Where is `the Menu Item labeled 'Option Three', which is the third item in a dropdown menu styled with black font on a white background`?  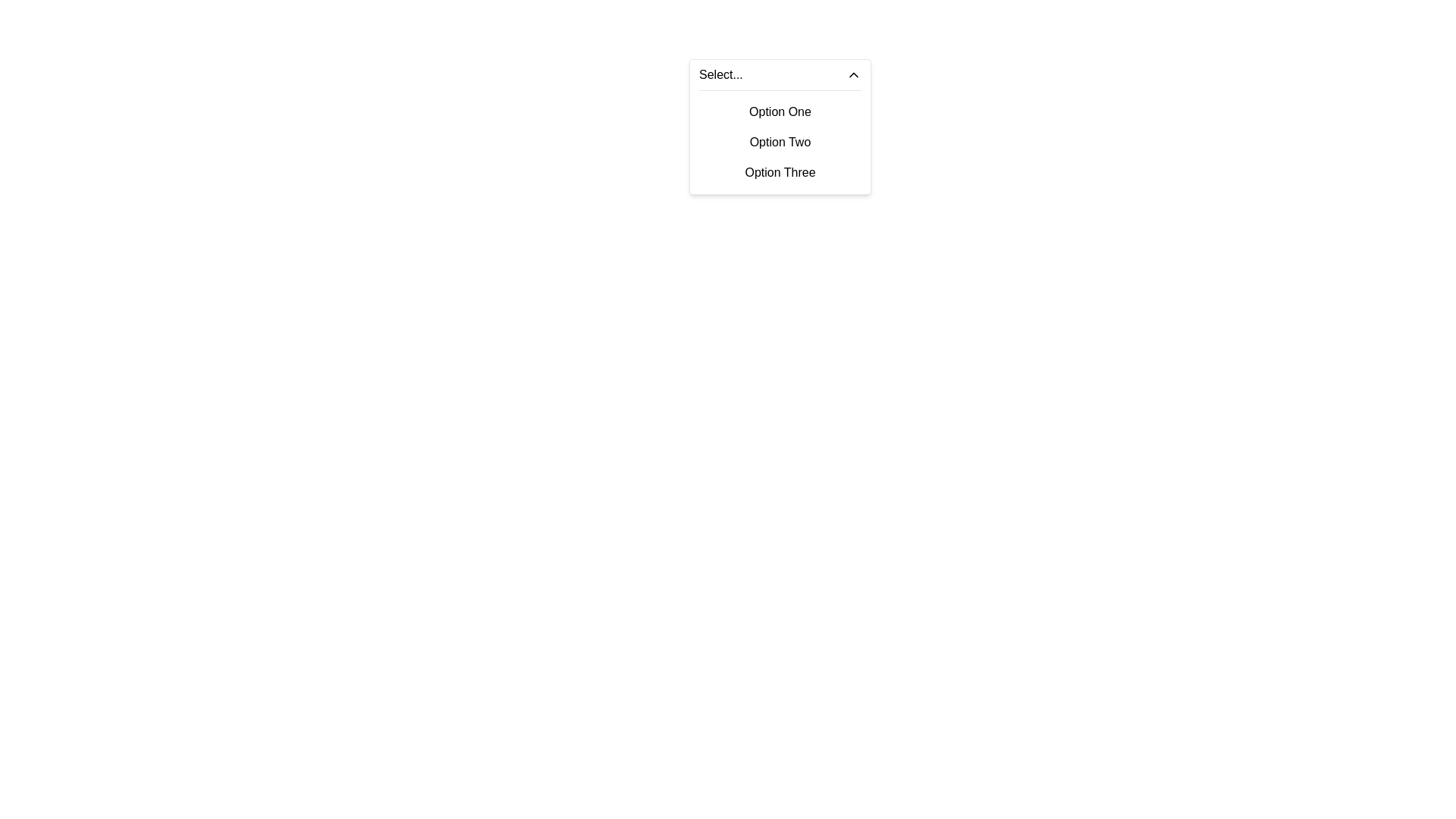 the Menu Item labeled 'Option Three', which is the third item in a dropdown menu styled with black font on a white background is located at coordinates (780, 171).